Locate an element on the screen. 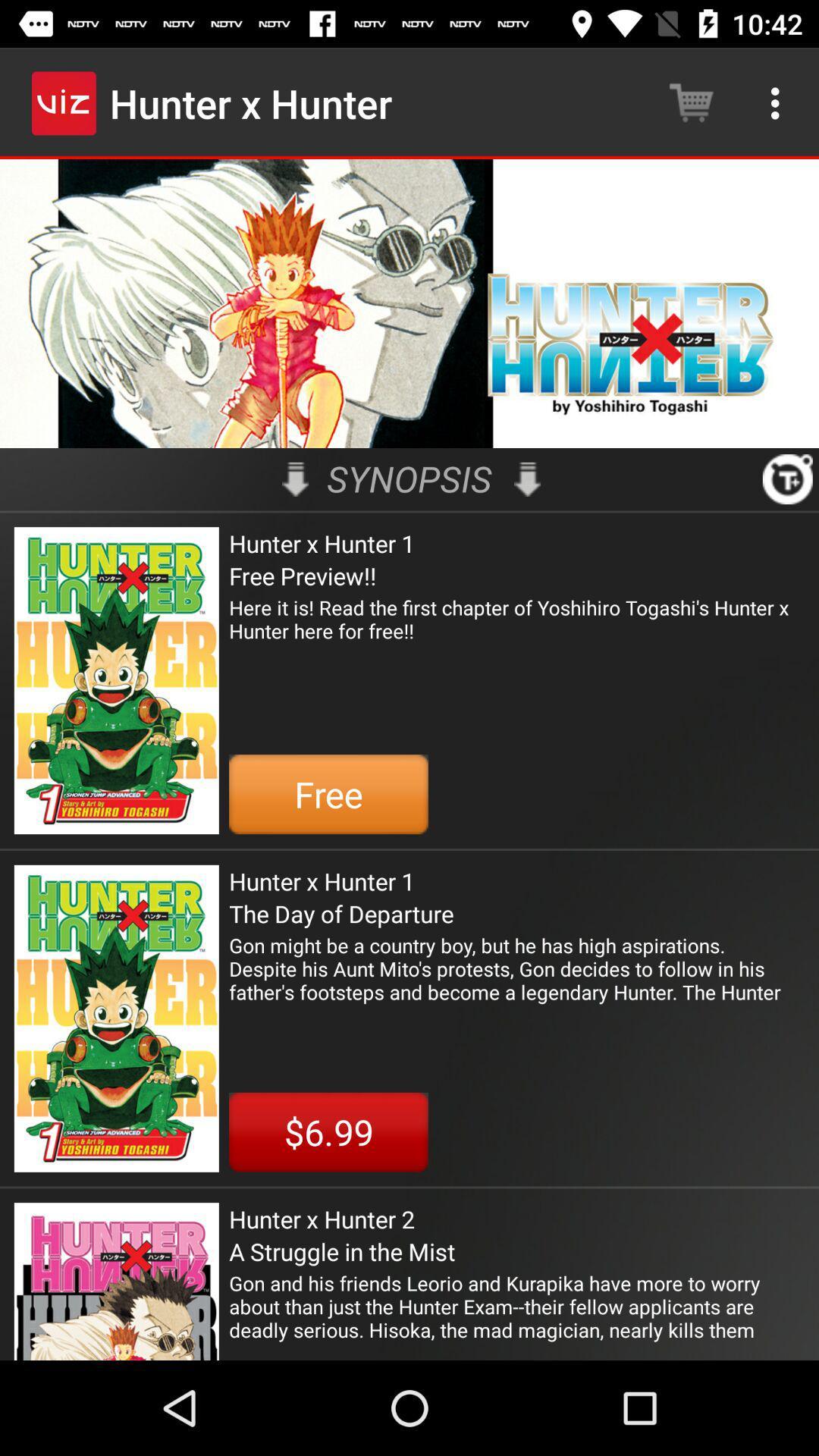 The width and height of the screenshot is (819, 1456). the item to the left of synopsis is located at coordinates (295, 479).